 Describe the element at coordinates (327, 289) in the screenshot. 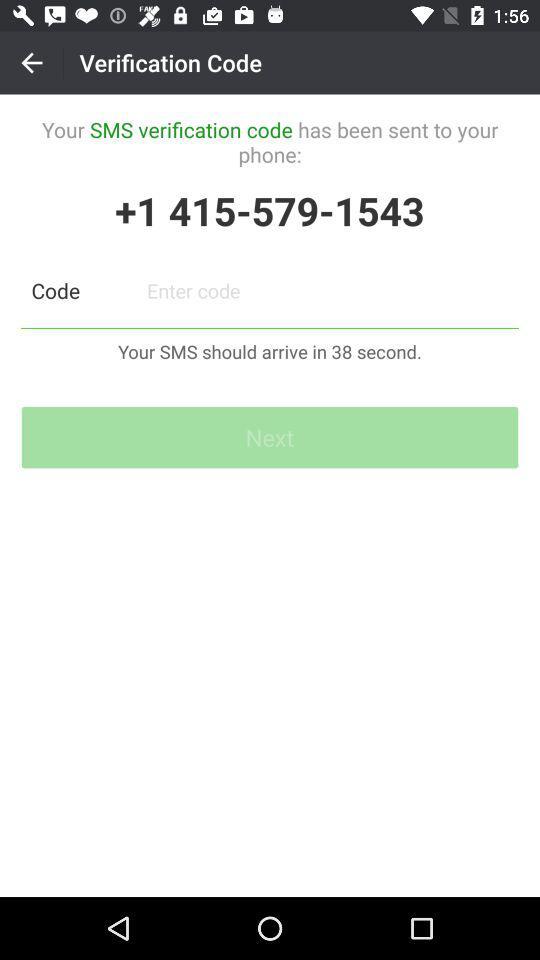

I see `otp option` at that location.